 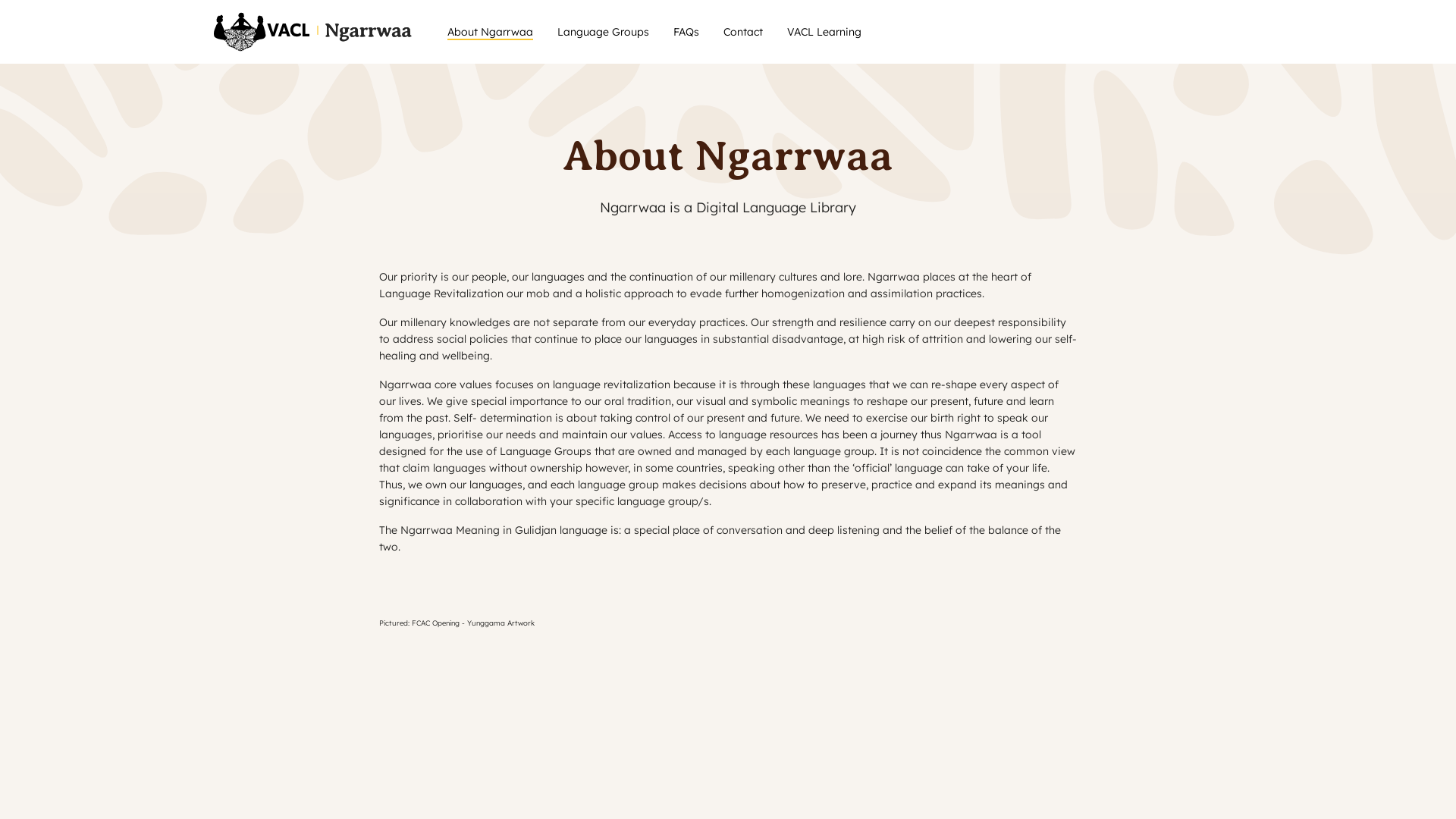 What do you see at coordinates (602, 32) in the screenshot?
I see `'Language Groups'` at bounding box center [602, 32].